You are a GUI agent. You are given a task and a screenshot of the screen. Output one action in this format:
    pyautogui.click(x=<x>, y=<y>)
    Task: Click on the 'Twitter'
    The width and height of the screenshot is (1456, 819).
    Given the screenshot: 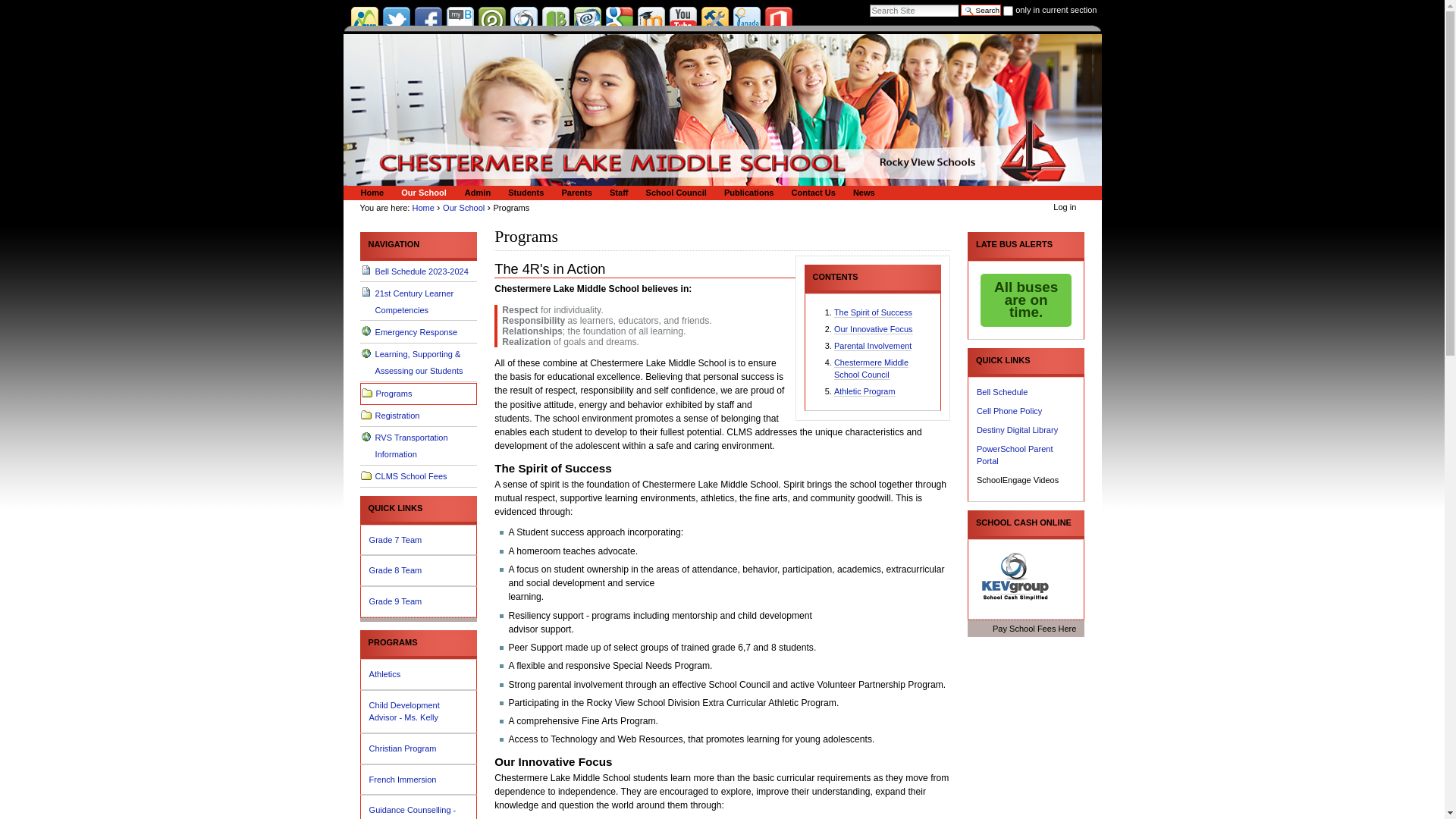 What is the action you would take?
    pyautogui.click(x=396, y=20)
    